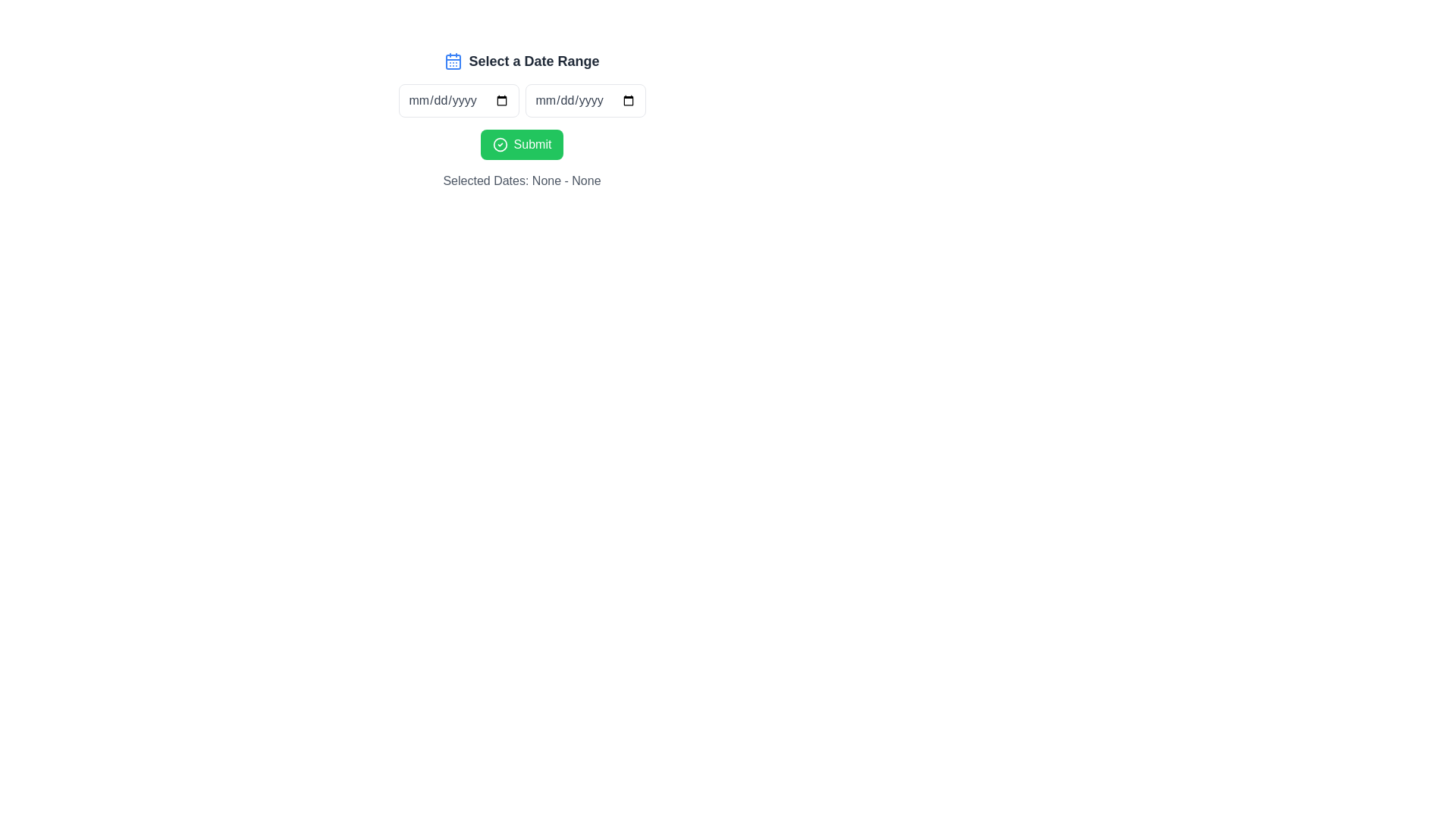  I want to click on the Text Label that serves as a heading for the date range selection, positioned to the right of the calendar icon and above the date inputs, so click(534, 61).